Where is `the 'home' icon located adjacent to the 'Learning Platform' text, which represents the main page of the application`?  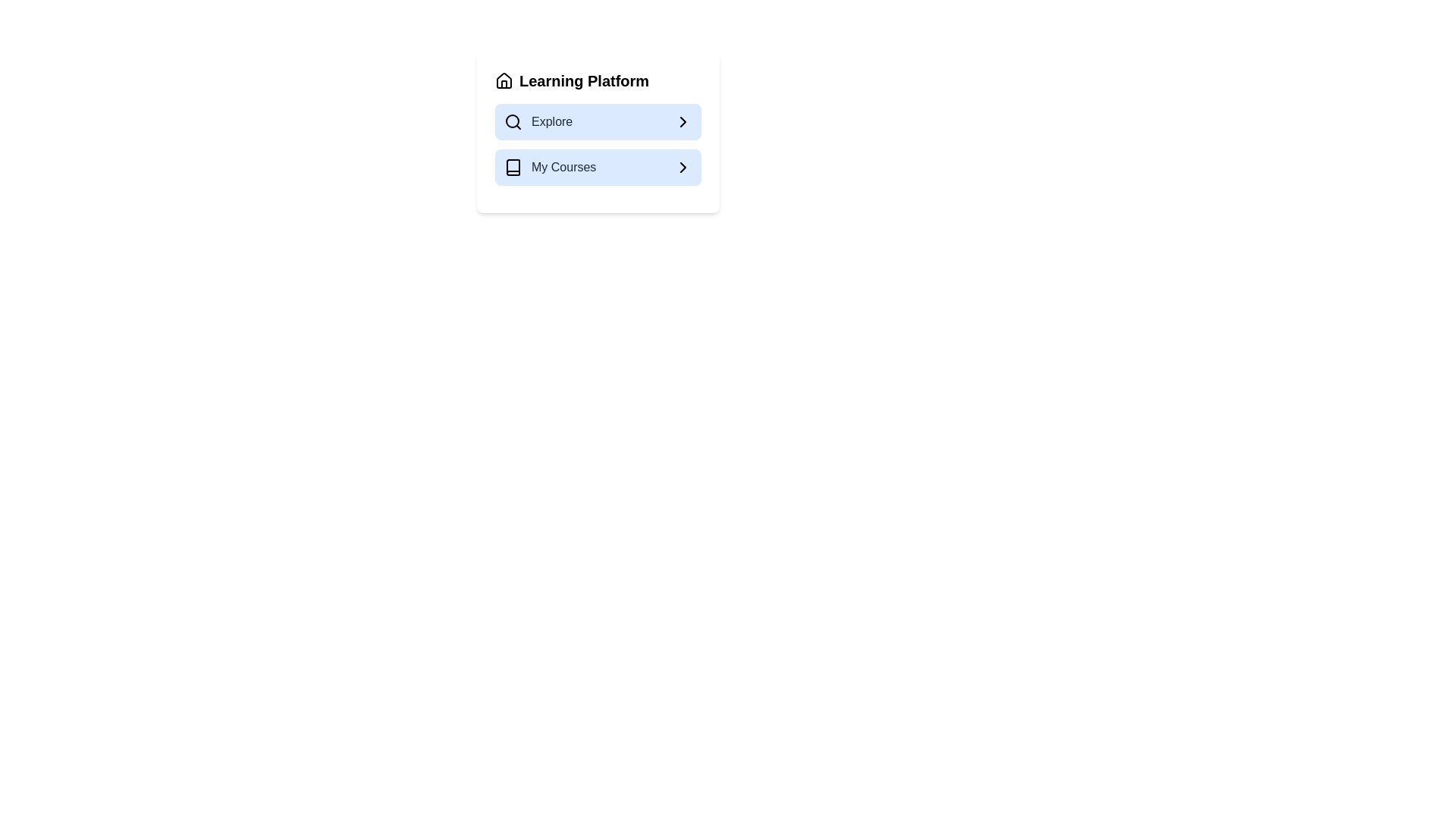 the 'home' icon located adjacent to the 'Learning Platform' text, which represents the main page of the application is located at coordinates (504, 80).